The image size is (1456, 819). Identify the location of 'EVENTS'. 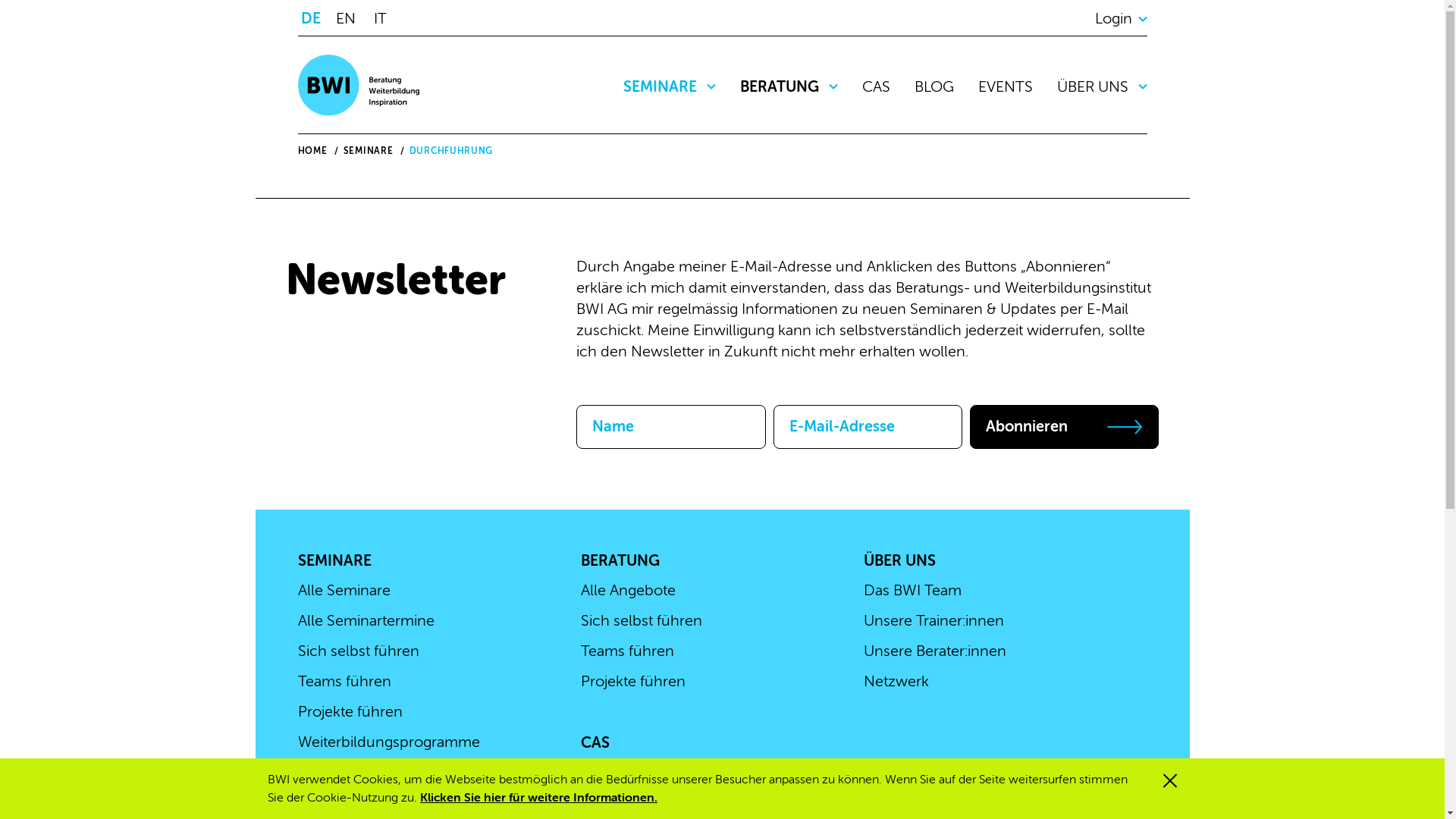
(1005, 86).